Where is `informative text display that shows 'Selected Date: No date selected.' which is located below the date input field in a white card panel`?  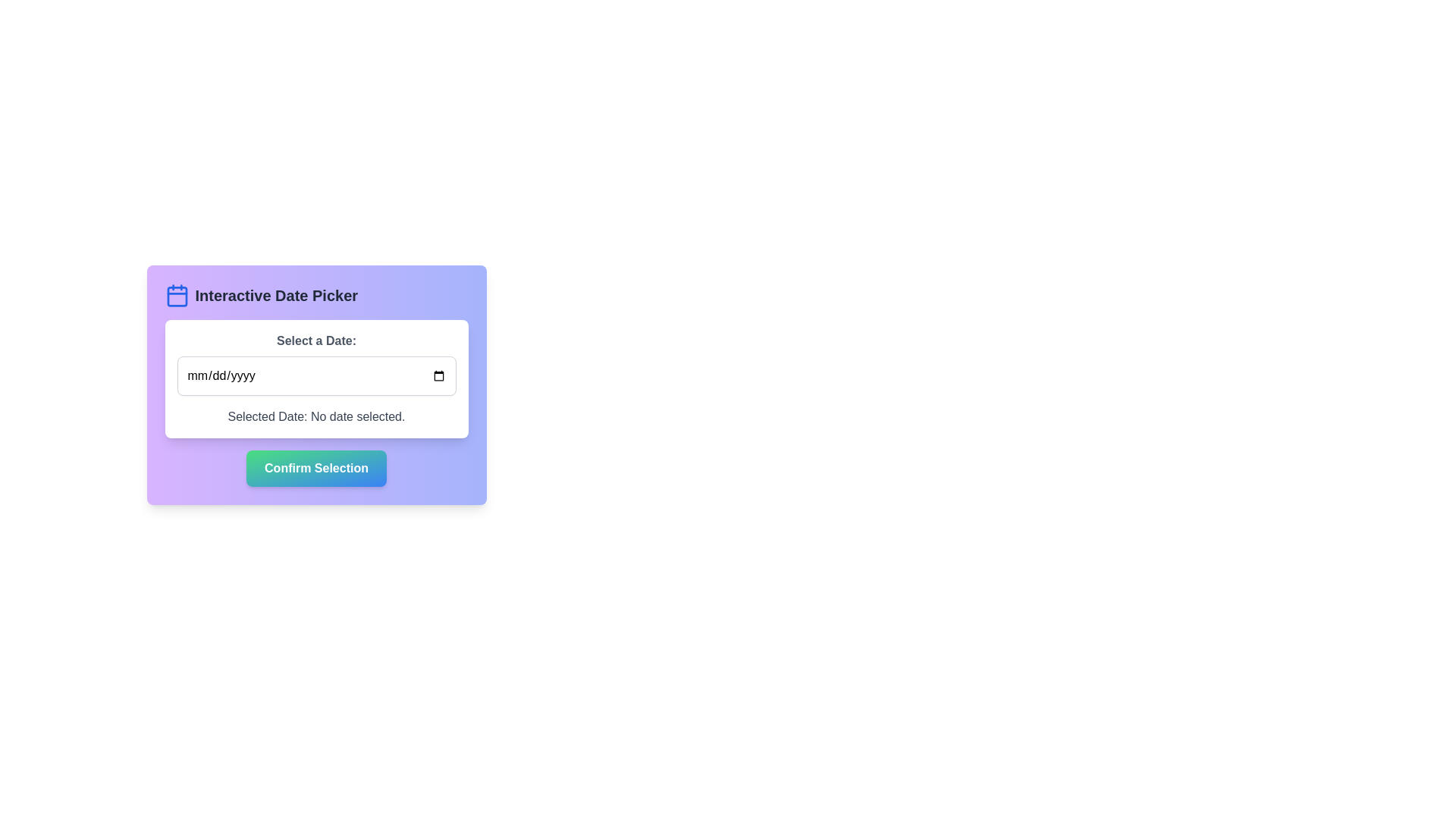
informative text display that shows 'Selected Date: No date selected.' which is located below the date input field in a white card panel is located at coordinates (315, 417).